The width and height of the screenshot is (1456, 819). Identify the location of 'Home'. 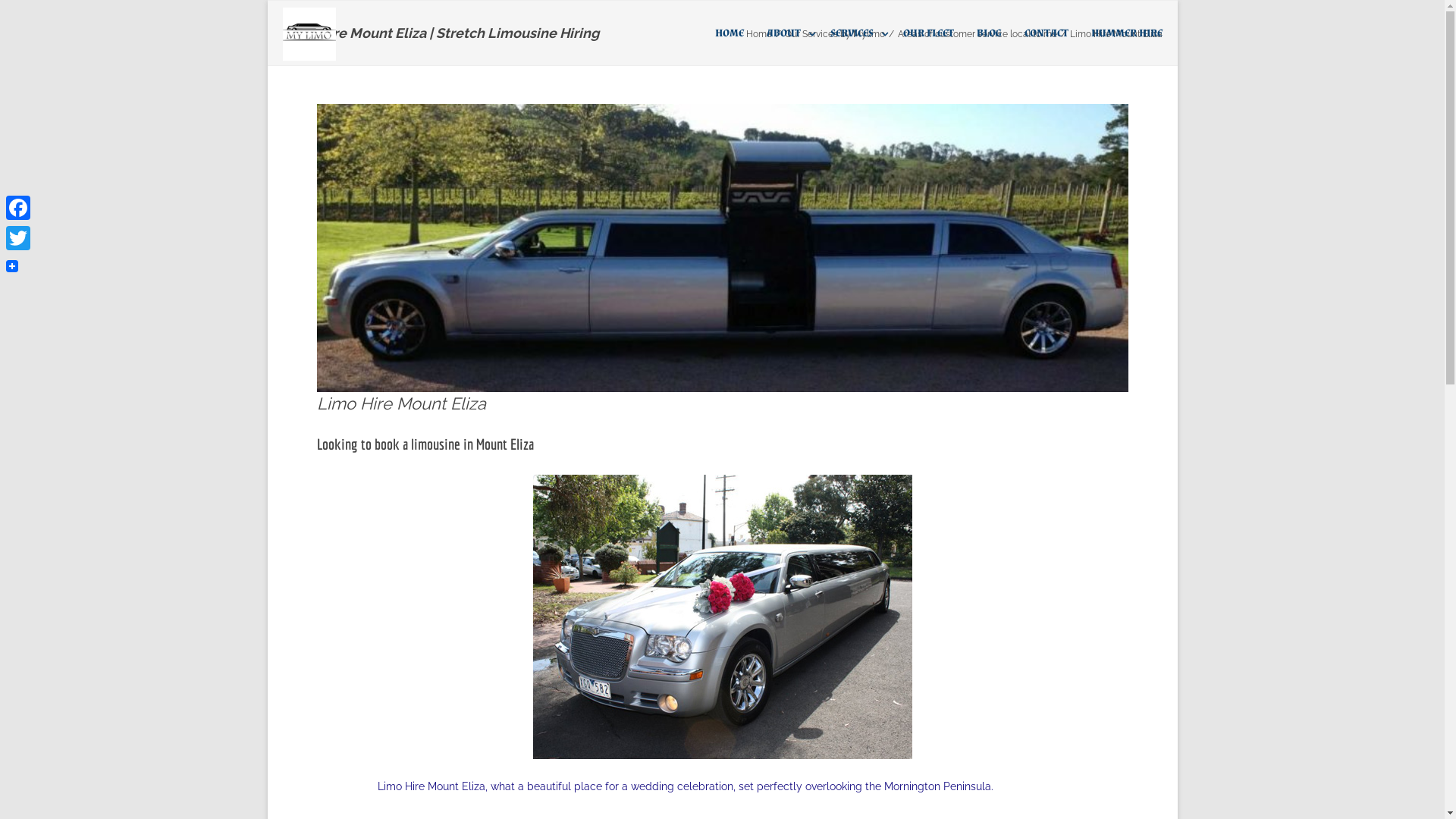
(759, 34).